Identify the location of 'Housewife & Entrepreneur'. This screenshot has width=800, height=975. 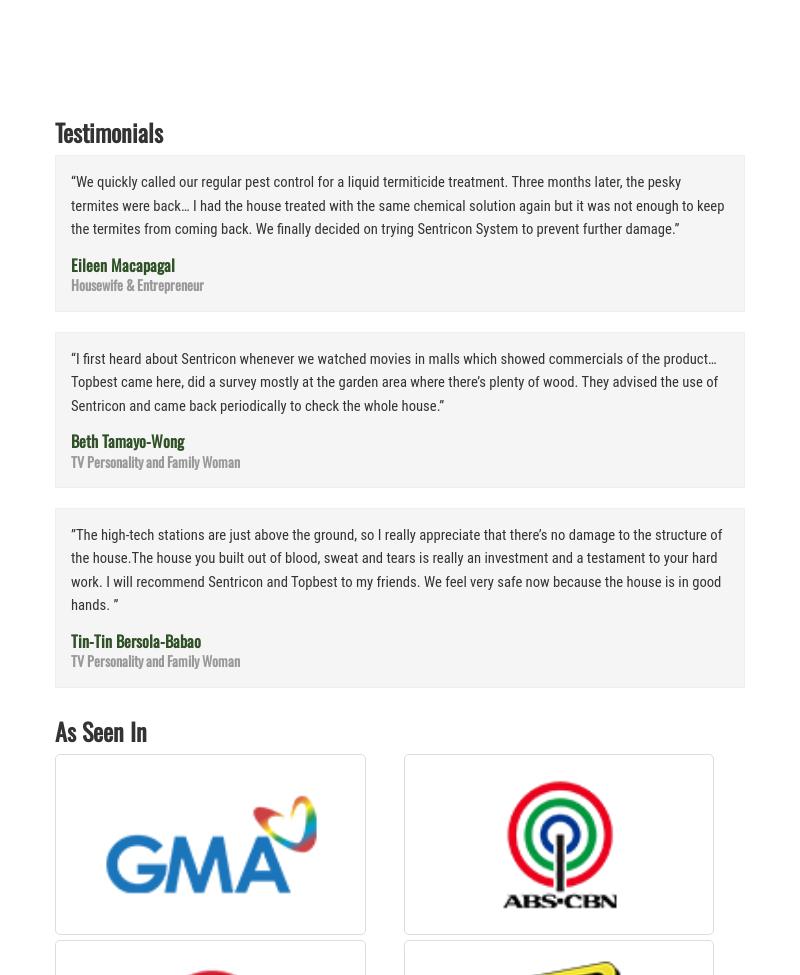
(137, 284).